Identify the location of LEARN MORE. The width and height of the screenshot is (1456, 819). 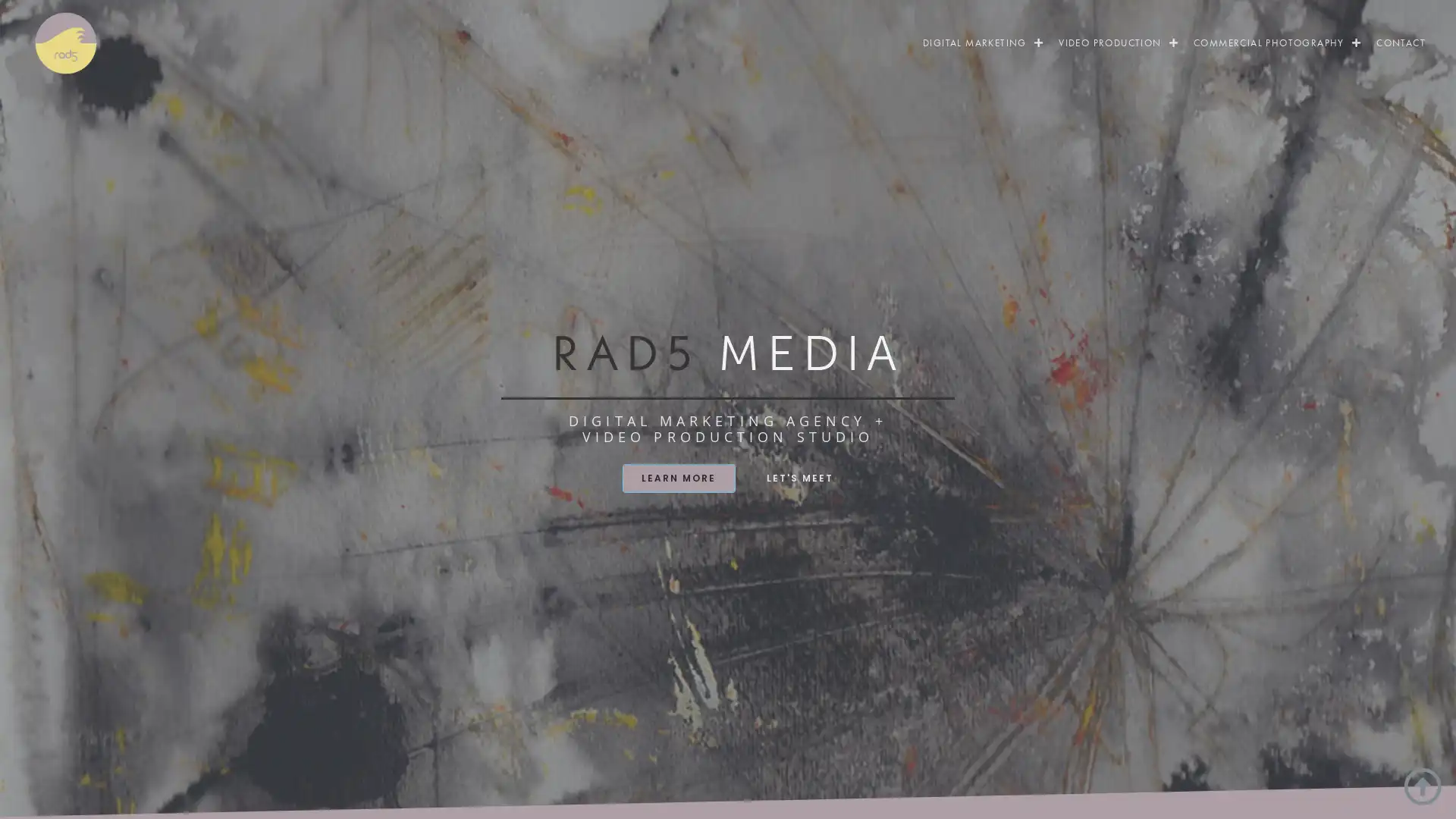
(677, 476).